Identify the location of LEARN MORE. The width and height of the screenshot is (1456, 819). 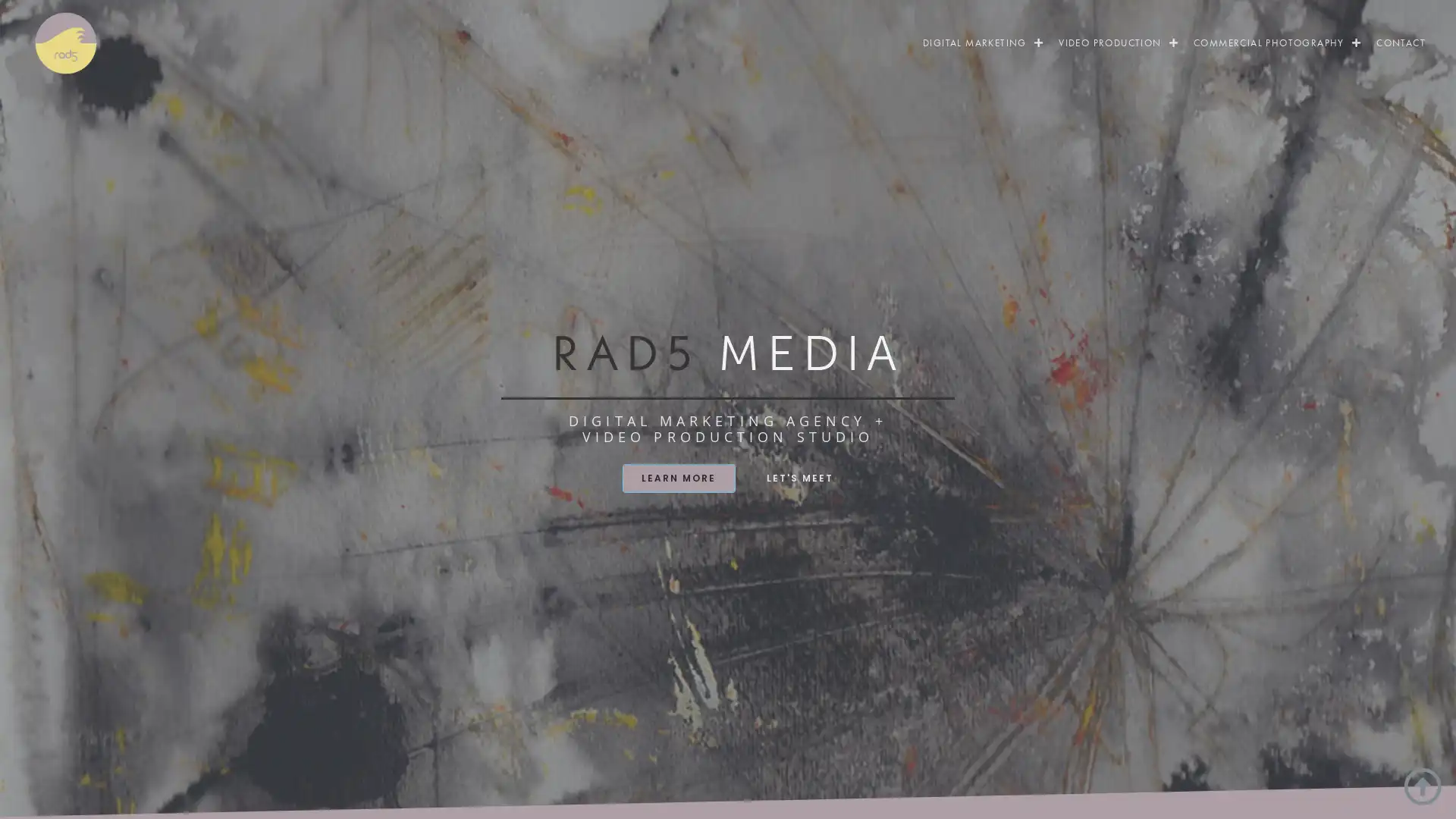
(677, 476).